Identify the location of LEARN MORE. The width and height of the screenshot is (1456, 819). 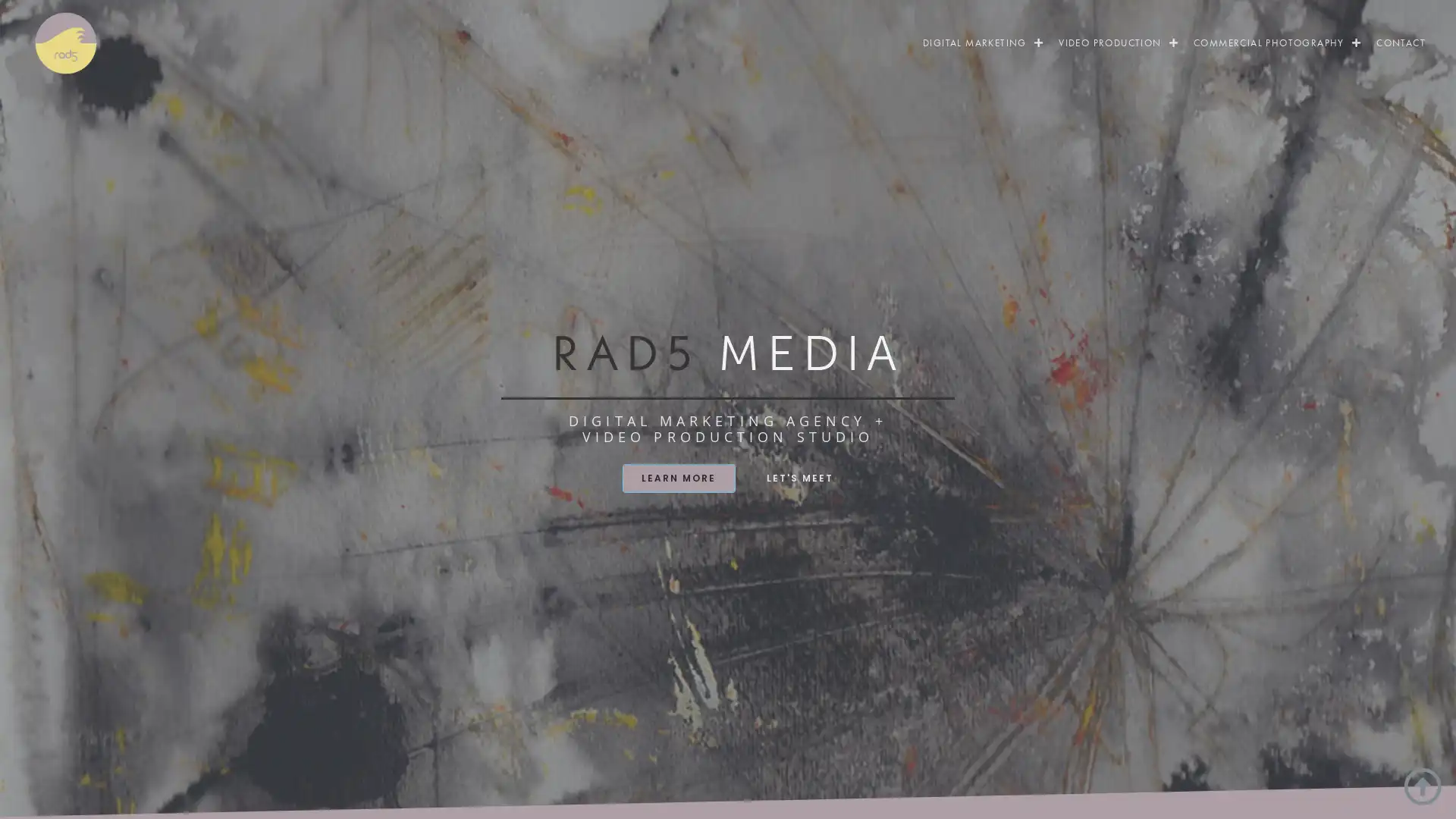
(677, 476).